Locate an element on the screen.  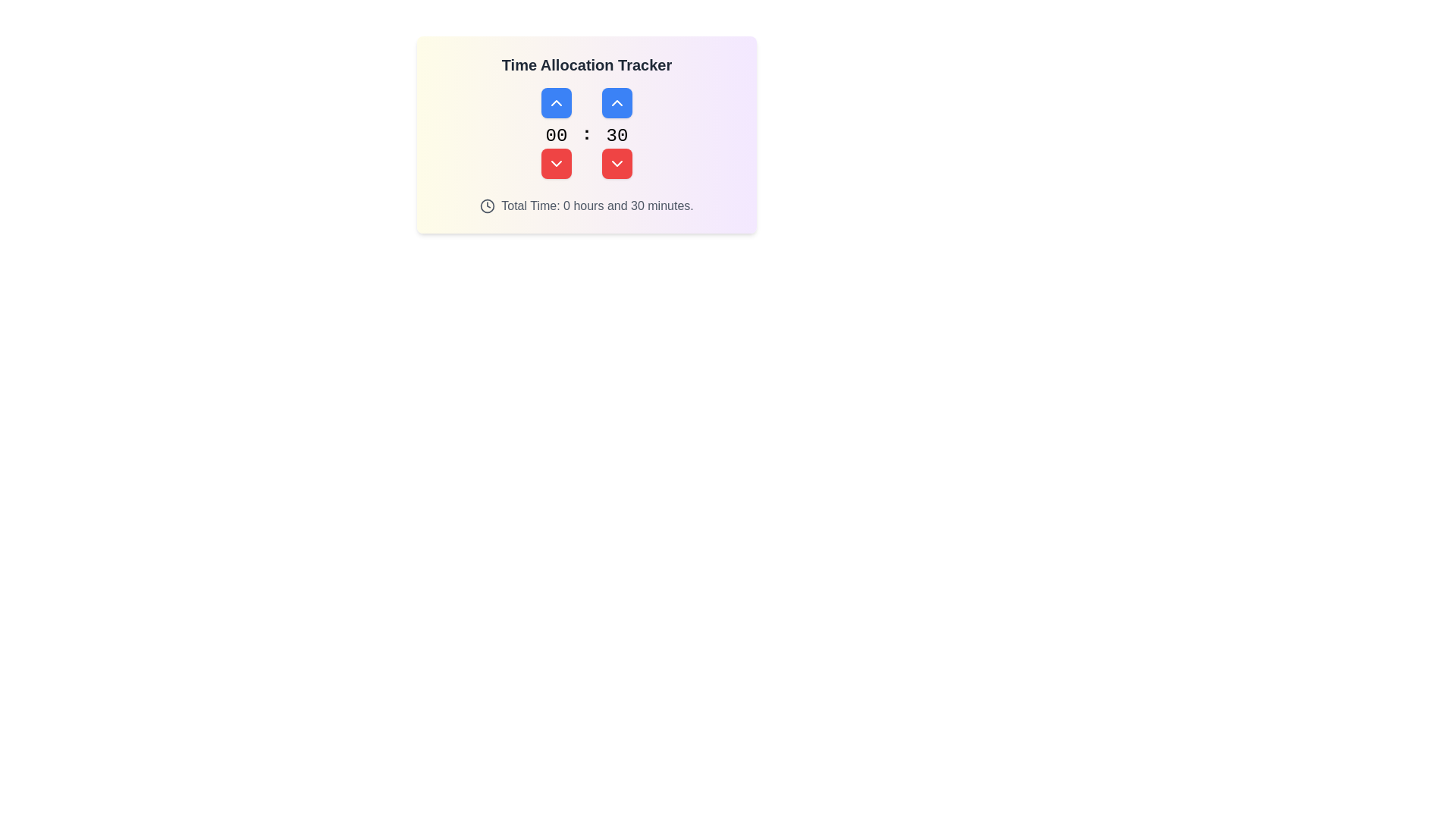
the small, triangular upward-pointing icon within the blue circular button is located at coordinates (617, 102).